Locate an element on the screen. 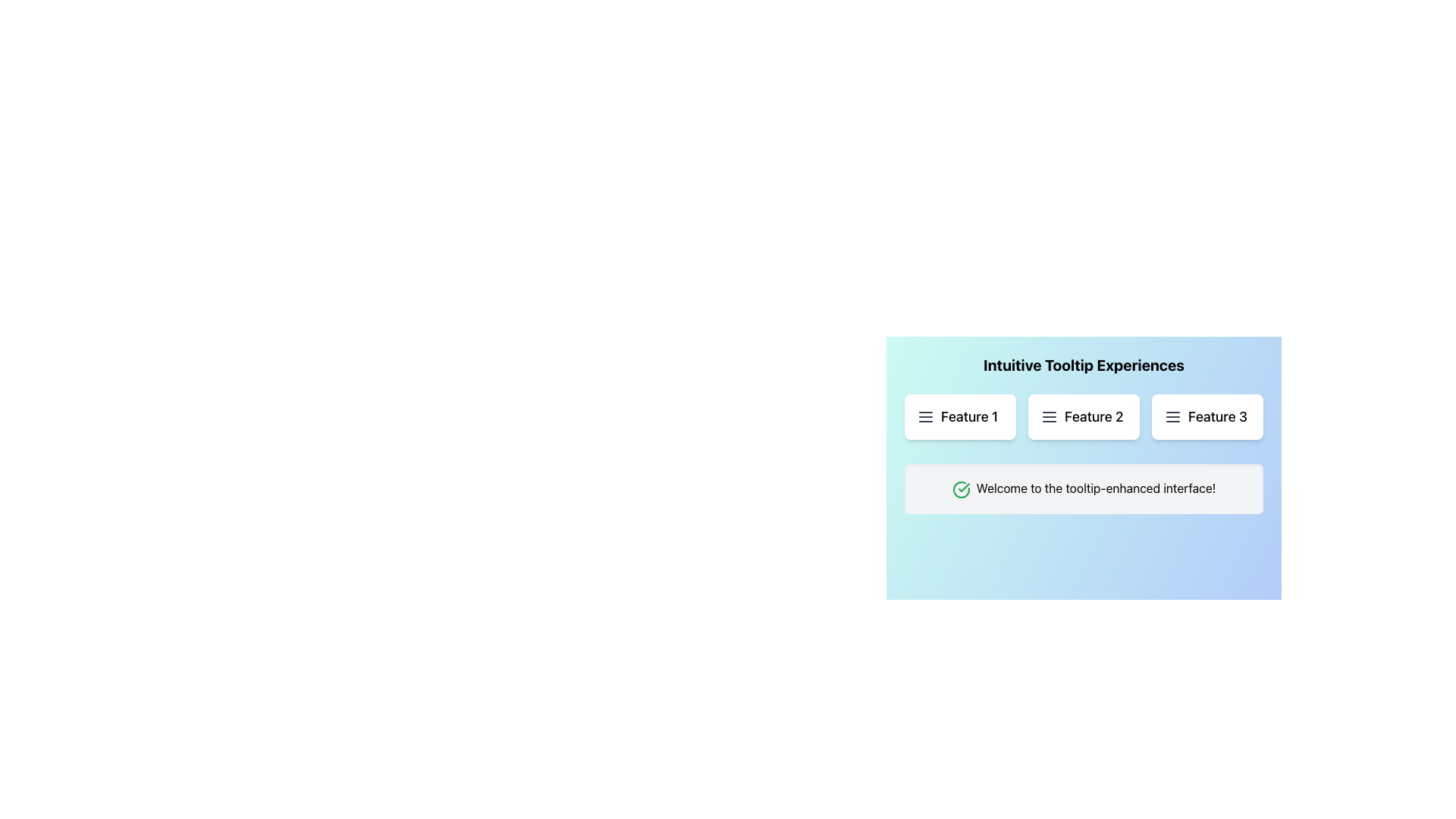 This screenshot has width=1456, height=819. the 'Feature 1' button, which consists of a text label and a graphical icon of three horizontal lines is located at coordinates (959, 417).